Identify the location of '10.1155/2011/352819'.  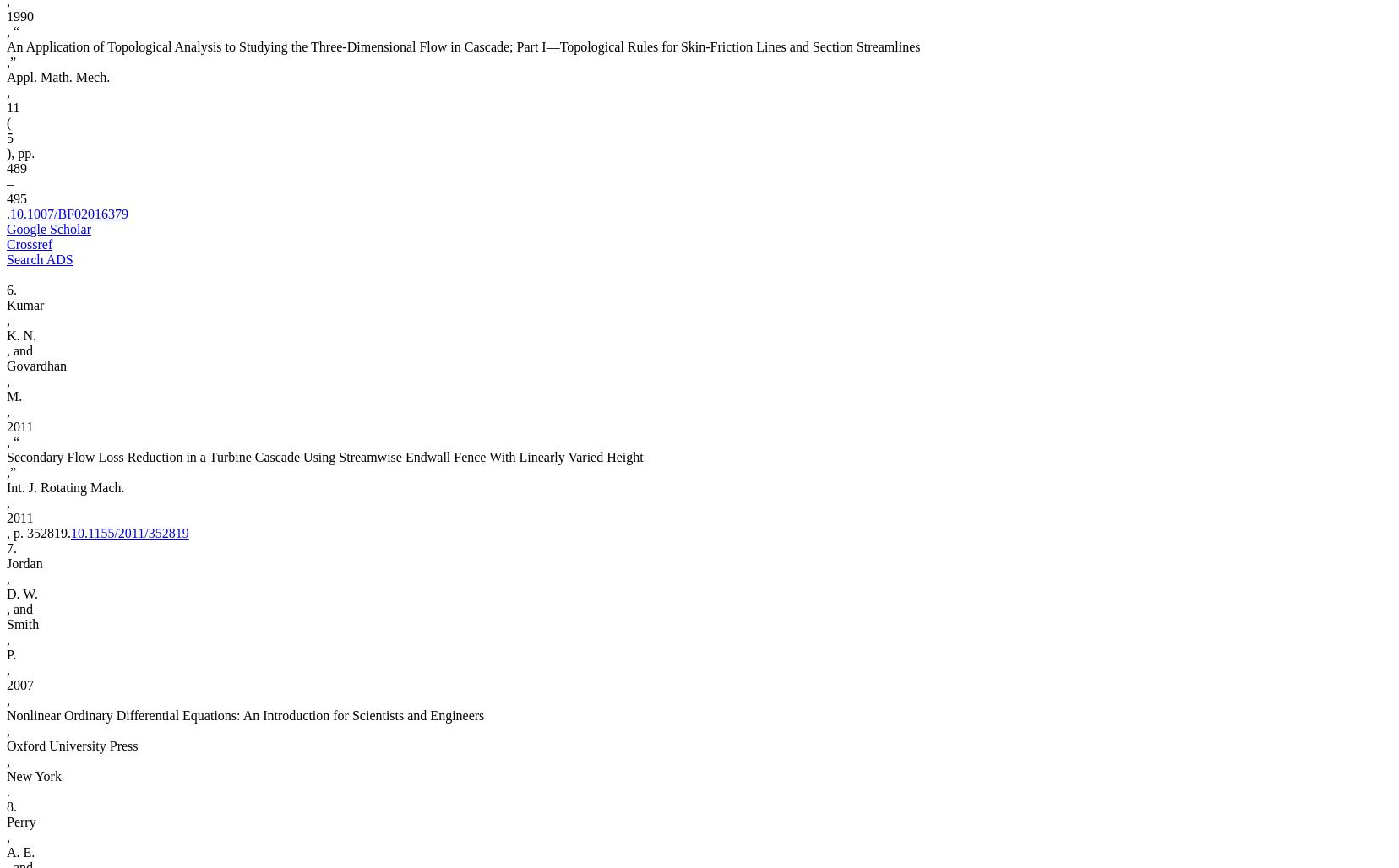
(128, 532).